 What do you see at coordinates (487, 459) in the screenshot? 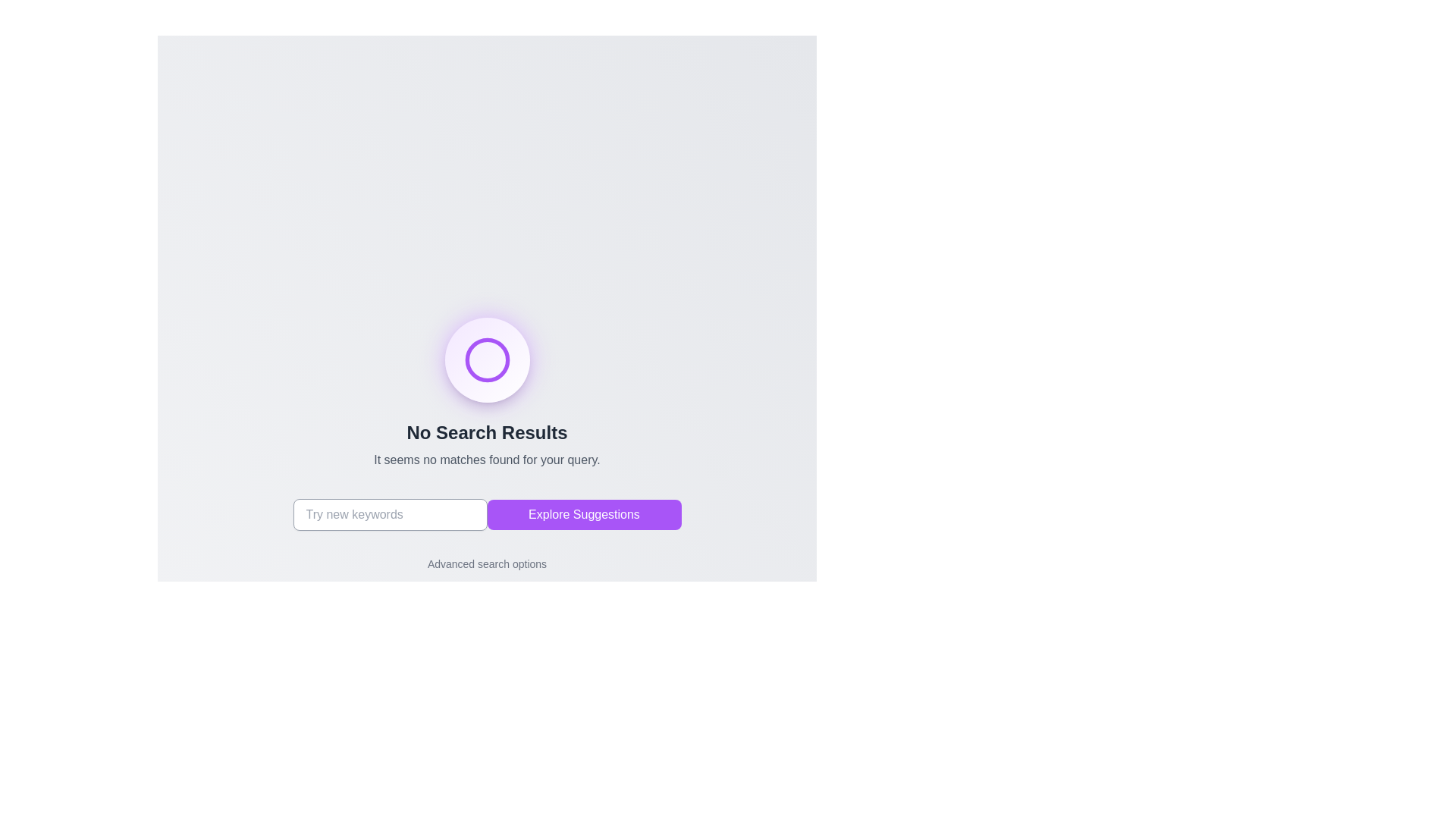
I see `the informational Text label that indicates no search results, positioned below the 'No Search Results' headline and above the action buttons` at bounding box center [487, 459].